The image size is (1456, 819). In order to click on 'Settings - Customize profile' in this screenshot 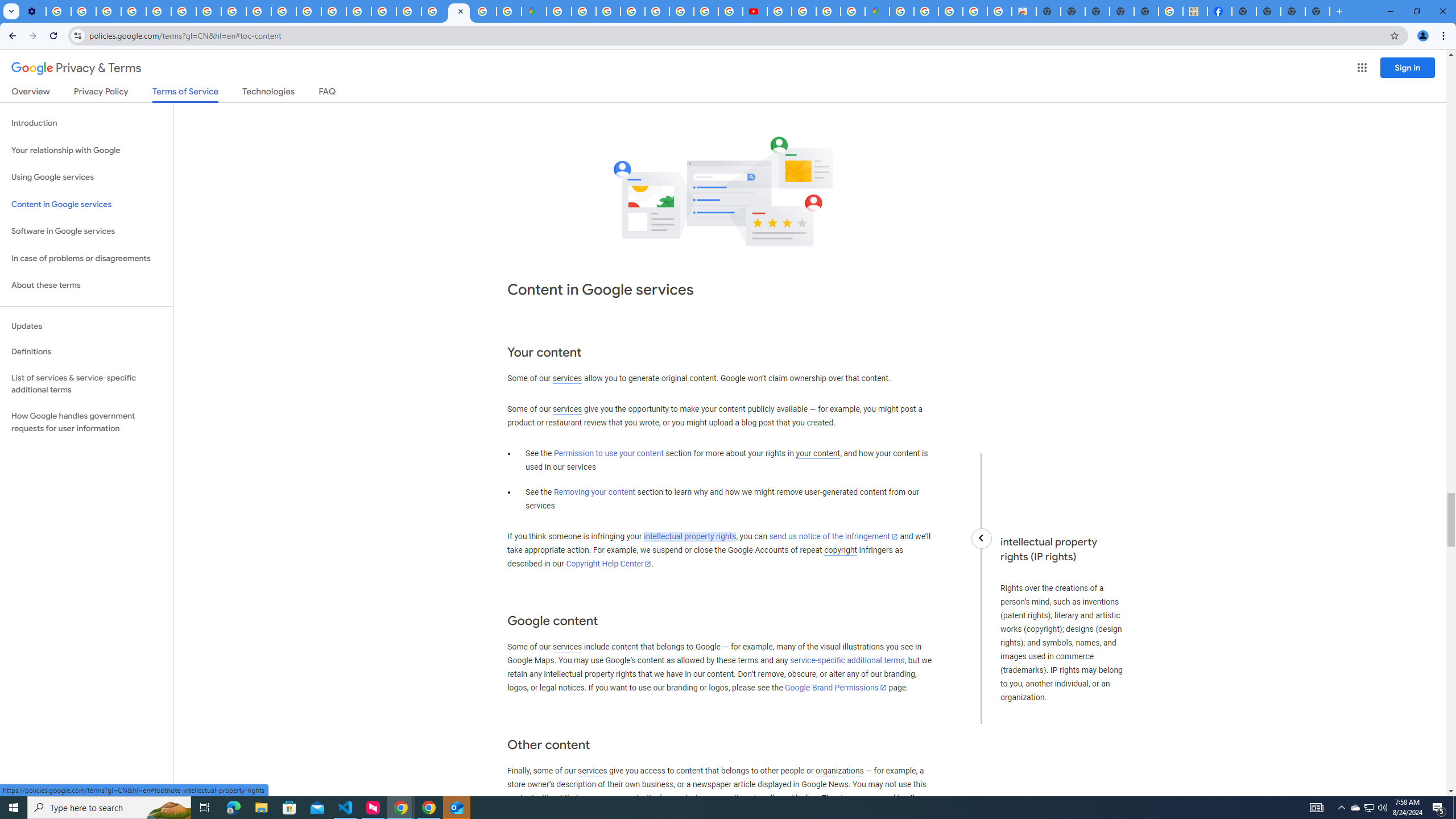, I will do `click(32, 11)`.